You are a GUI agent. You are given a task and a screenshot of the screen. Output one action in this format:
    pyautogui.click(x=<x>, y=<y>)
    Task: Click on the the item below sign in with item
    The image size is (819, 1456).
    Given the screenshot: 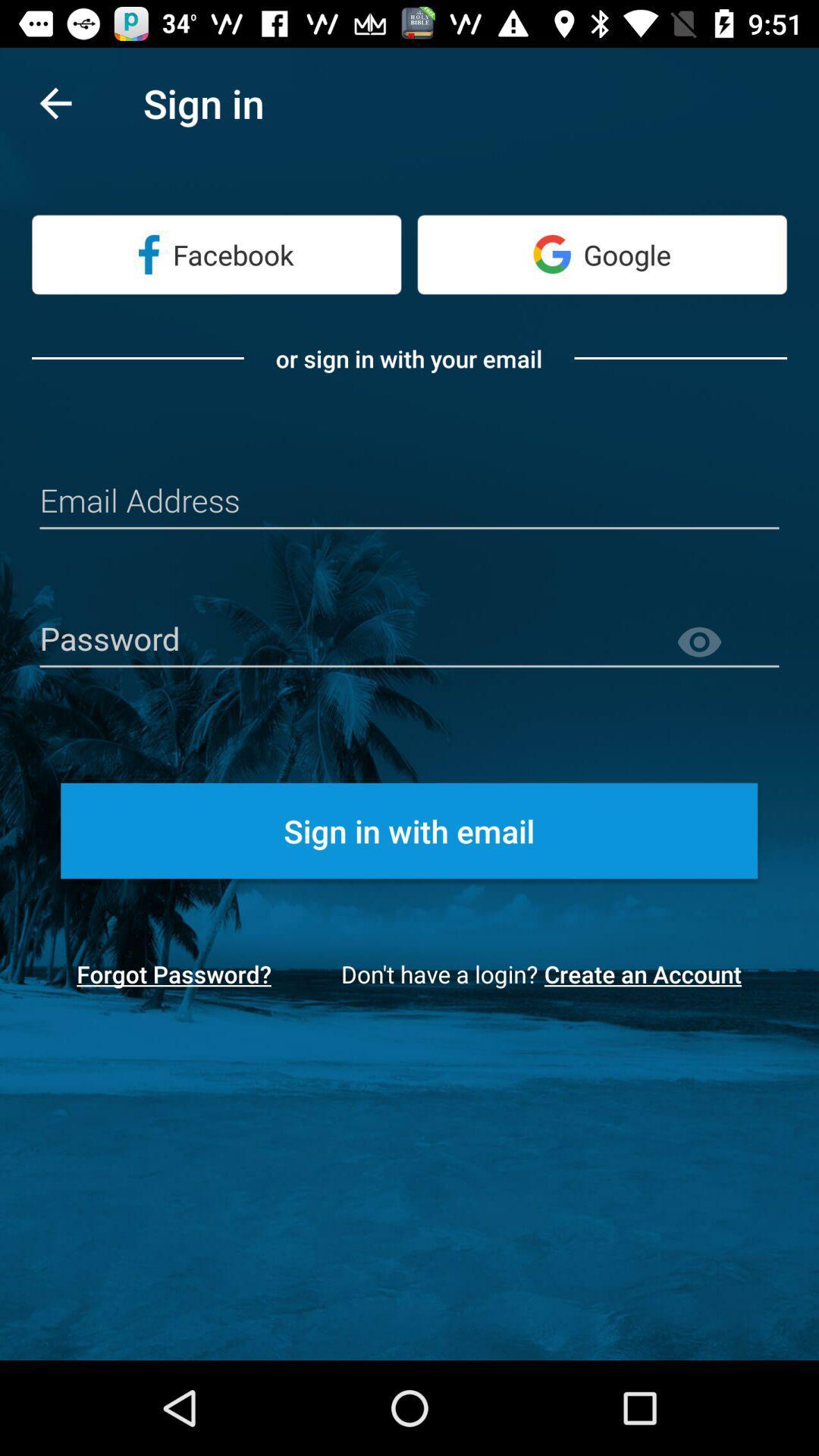 What is the action you would take?
    pyautogui.click(x=648, y=974)
    